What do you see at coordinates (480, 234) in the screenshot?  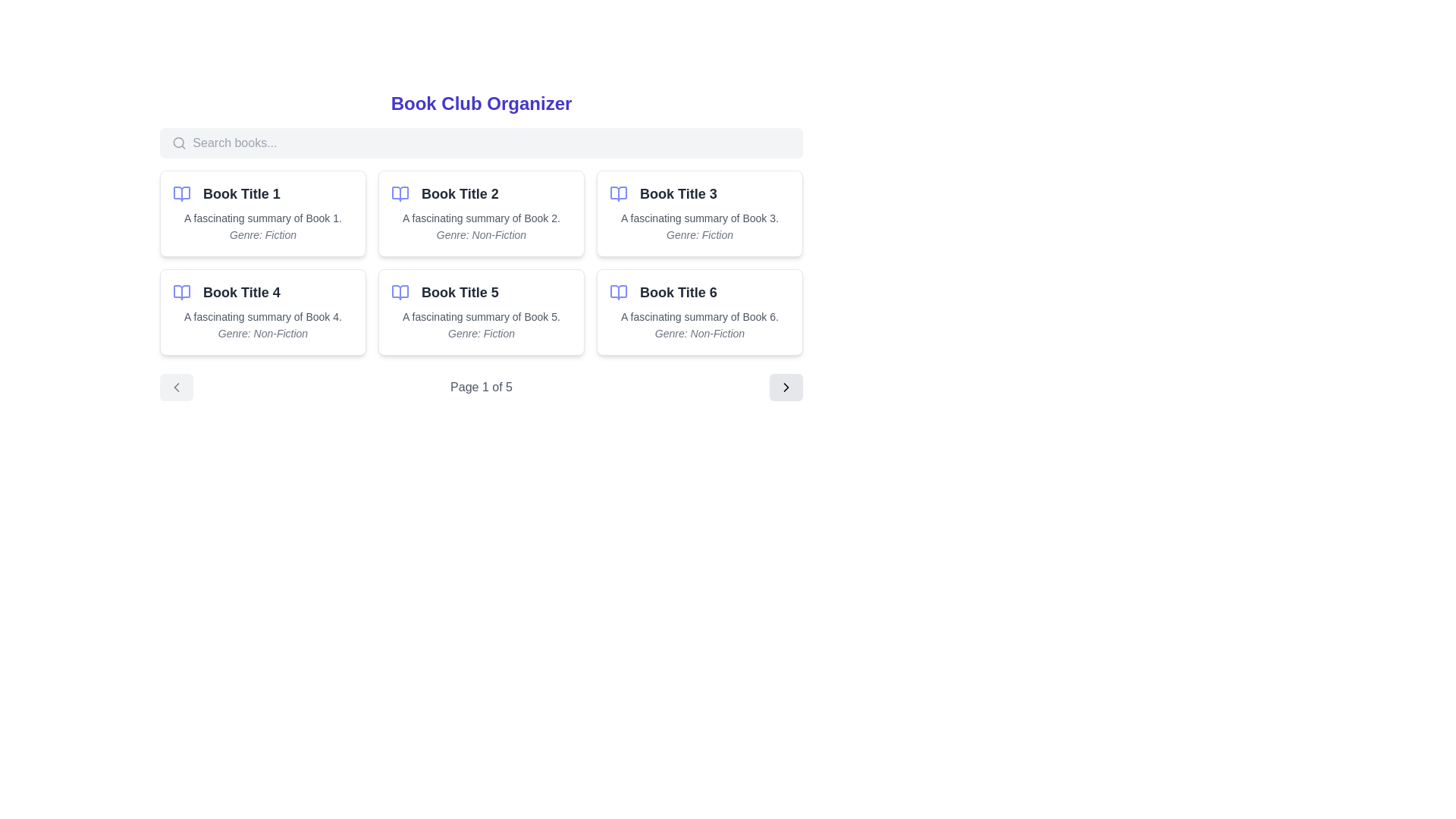 I see `the text label displaying additional information about the book genre located in the bottom section of the card for 'Book Title 2'` at bounding box center [480, 234].